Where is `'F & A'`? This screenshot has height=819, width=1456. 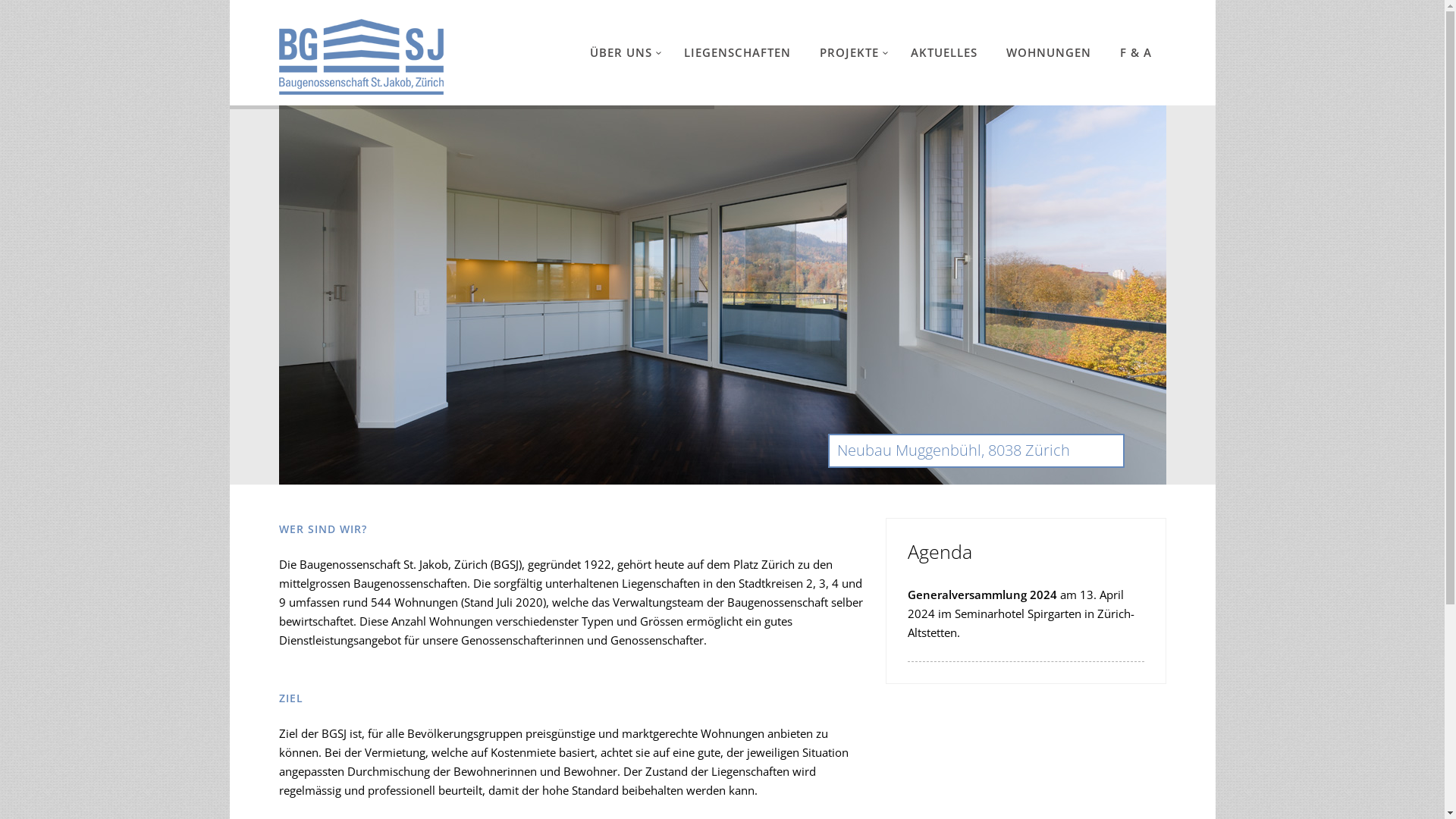
'F & A' is located at coordinates (1135, 52).